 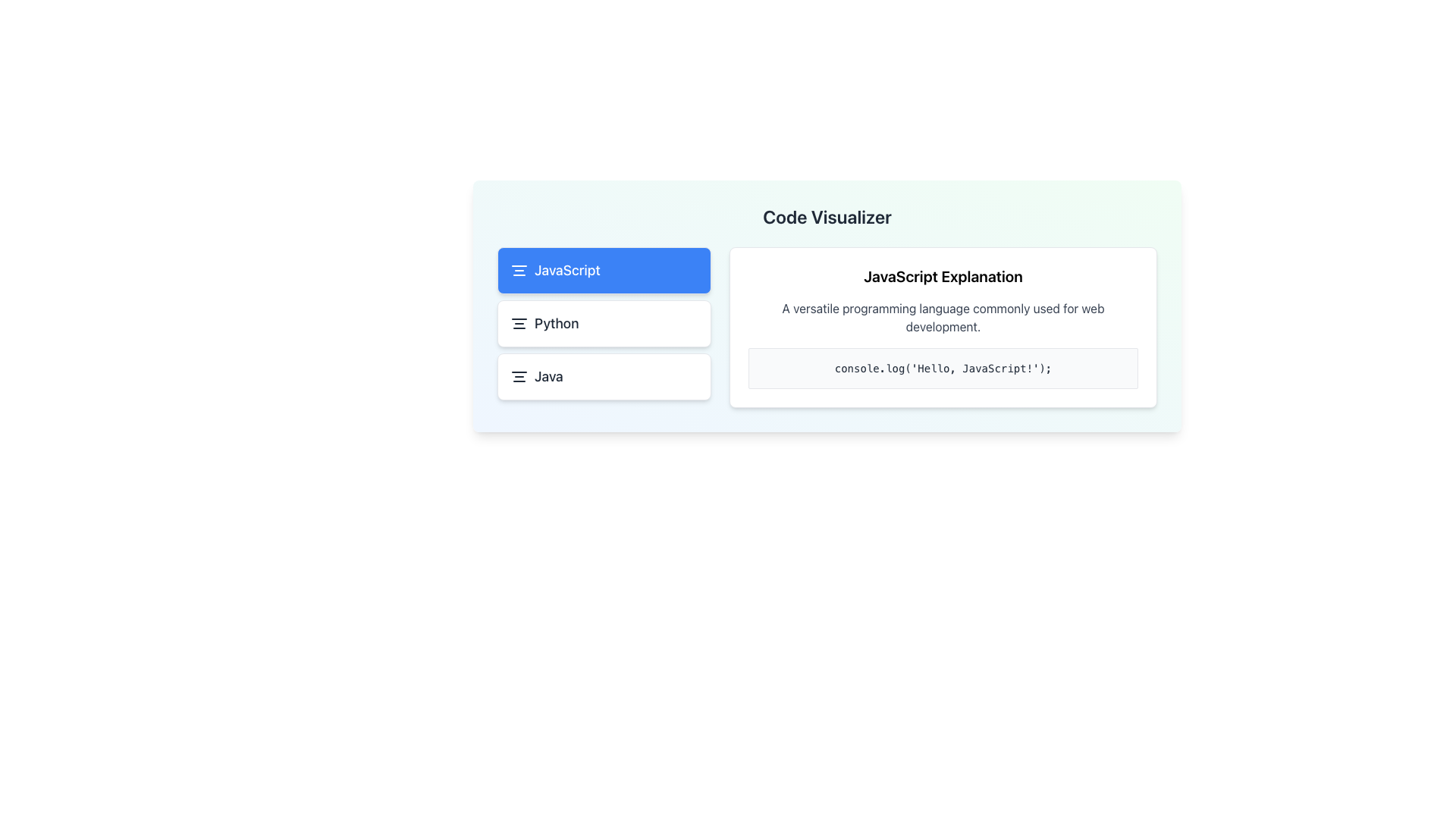 I want to click on the text alignment icon, which resembles three horizontal bars stacked vertically, located to the left of the text 'Python', so click(x=519, y=323).